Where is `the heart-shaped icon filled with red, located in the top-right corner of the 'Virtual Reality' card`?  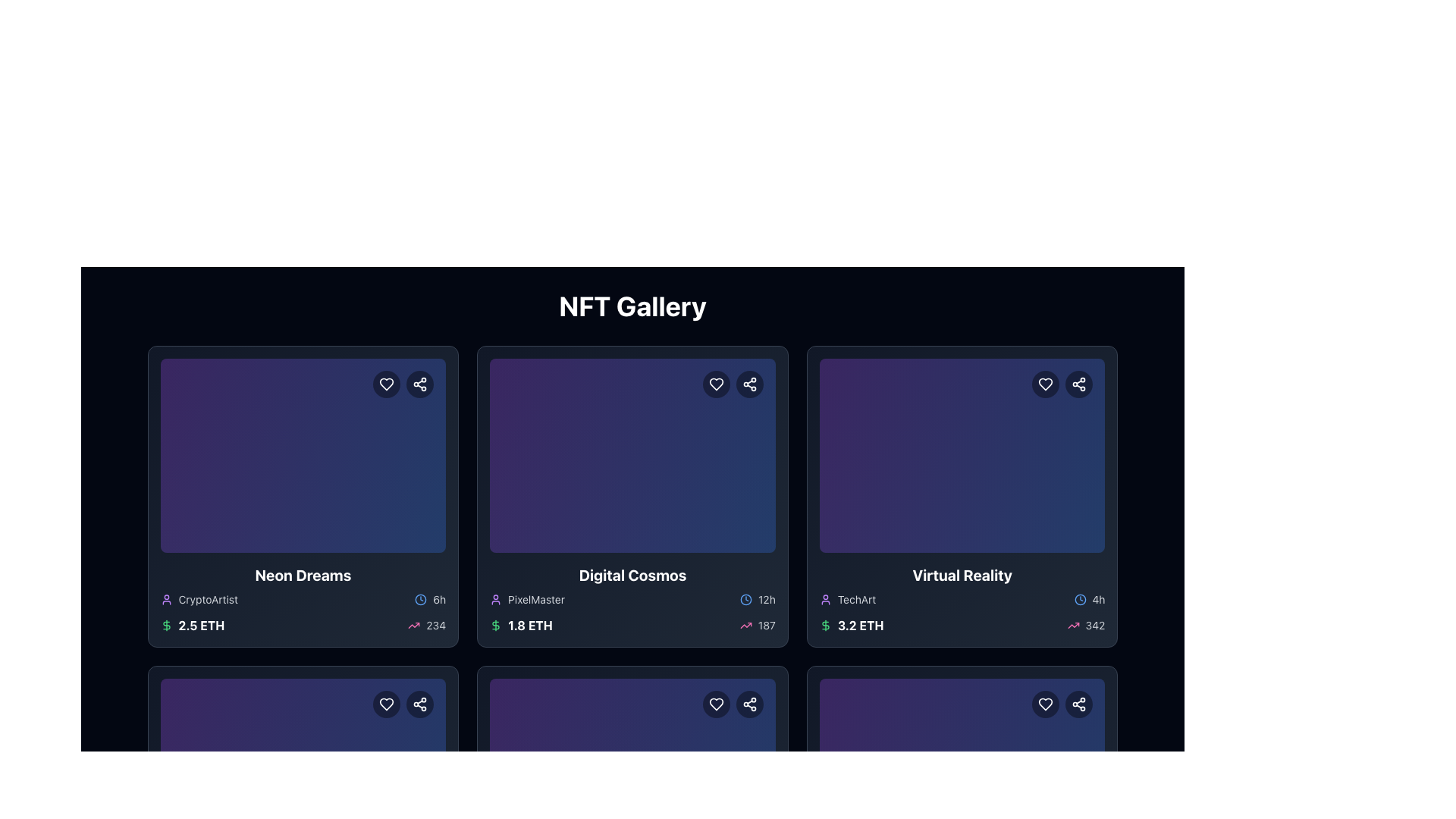
the heart-shaped icon filled with red, located in the top-right corner of the 'Virtual Reality' card is located at coordinates (1045, 383).